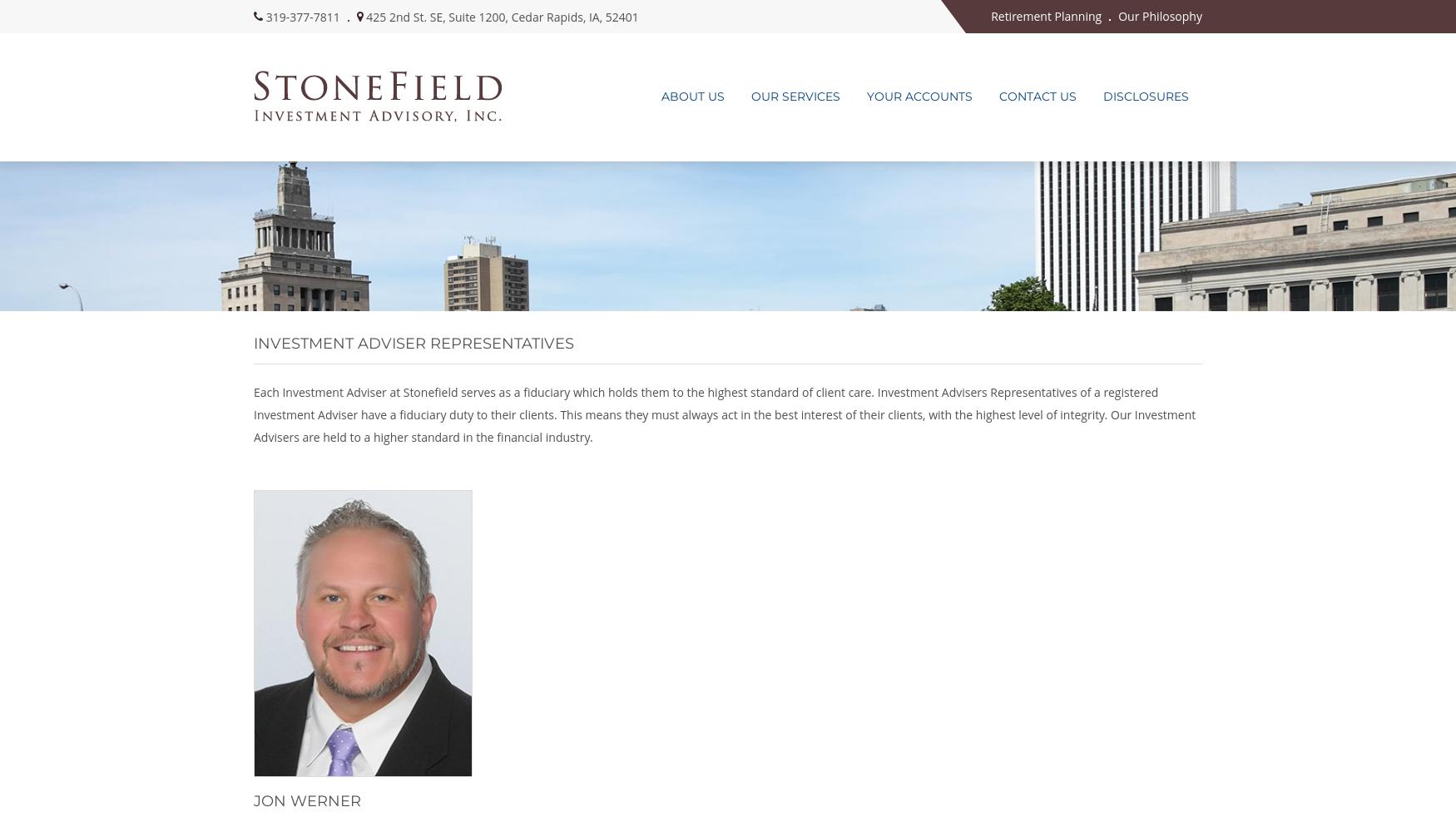  I want to click on 'Financial Needs Analysis', so click(807, 304).